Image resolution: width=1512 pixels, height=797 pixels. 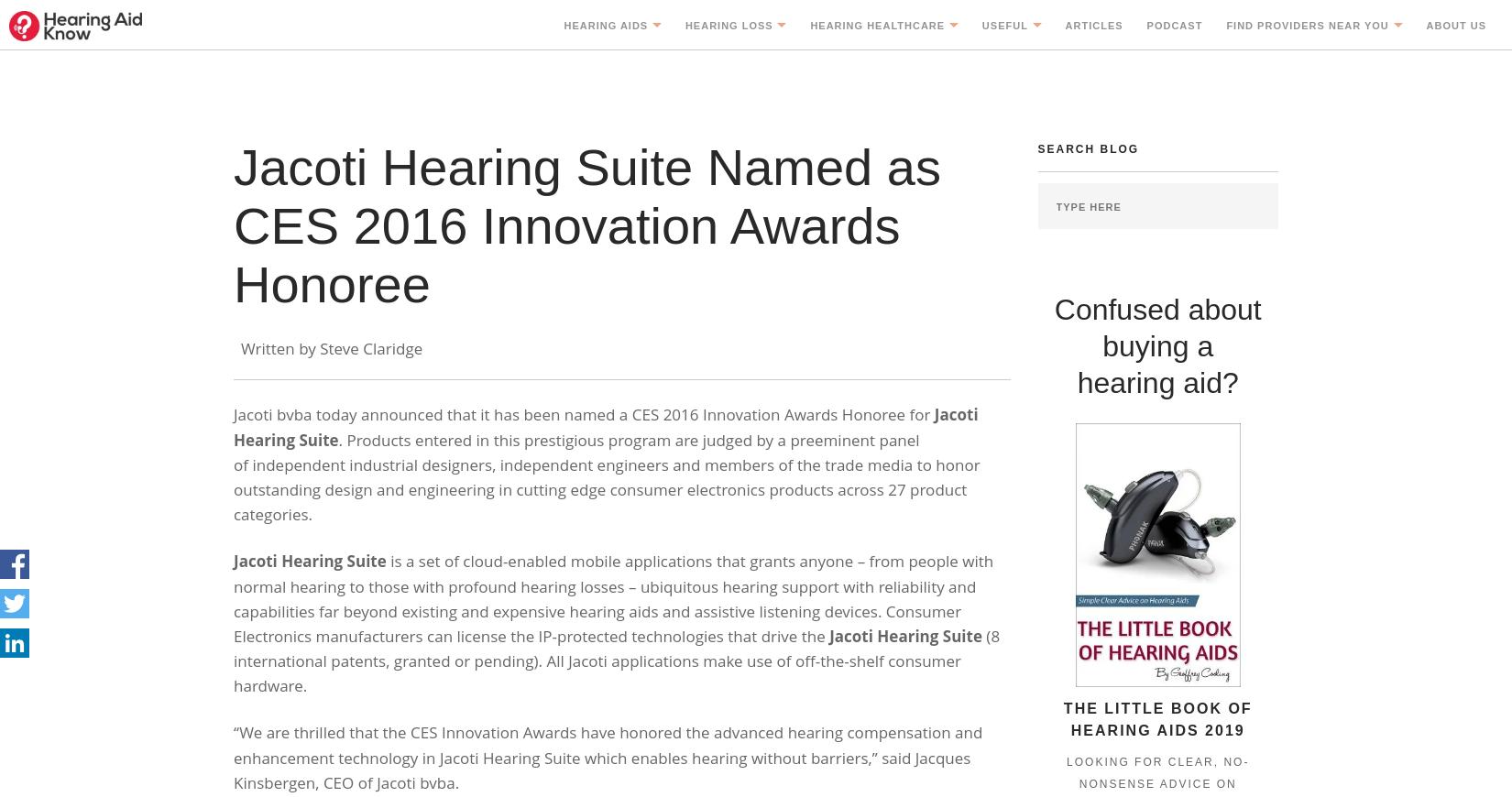 I want to click on 'Models / Types', so click(x=633, y=190).